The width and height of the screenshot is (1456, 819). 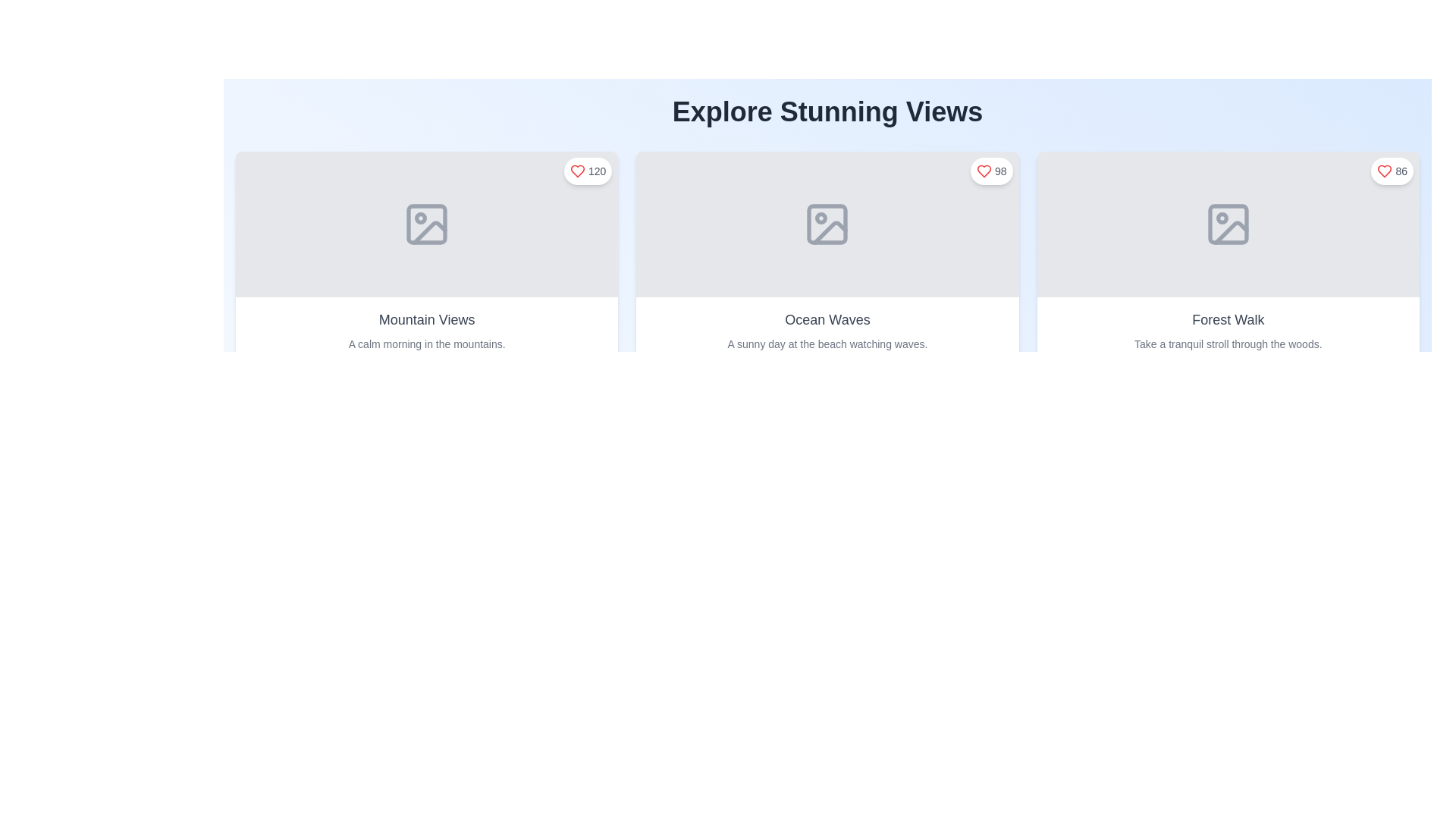 What do you see at coordinates (827, 111) in the screenshot?
I see `the bold text displaying 'Explore Stunning Views' that is centered and aligned within a light blue background header section` at bounding box center [827, 111].